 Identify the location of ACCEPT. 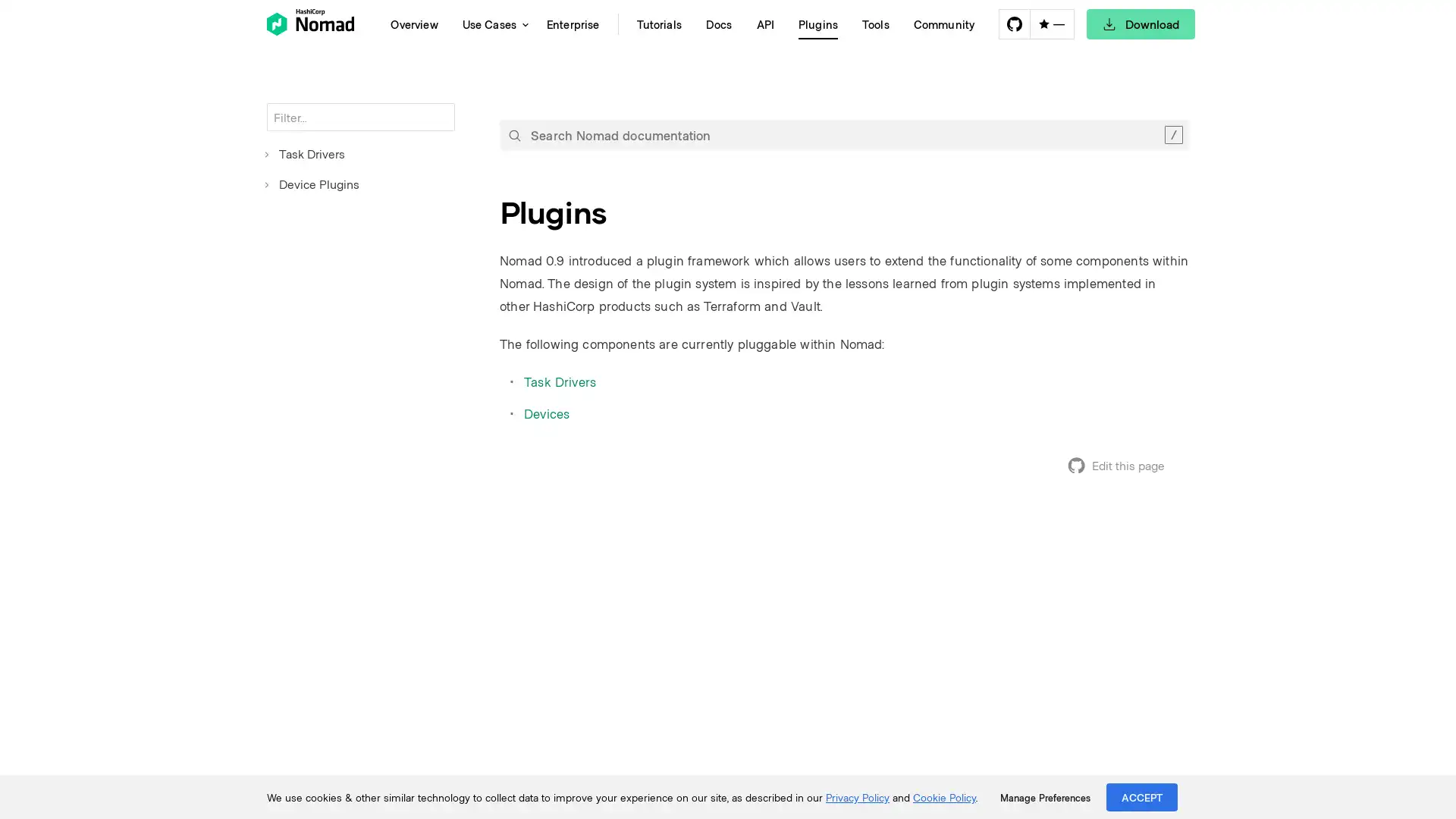
(1142, 796).